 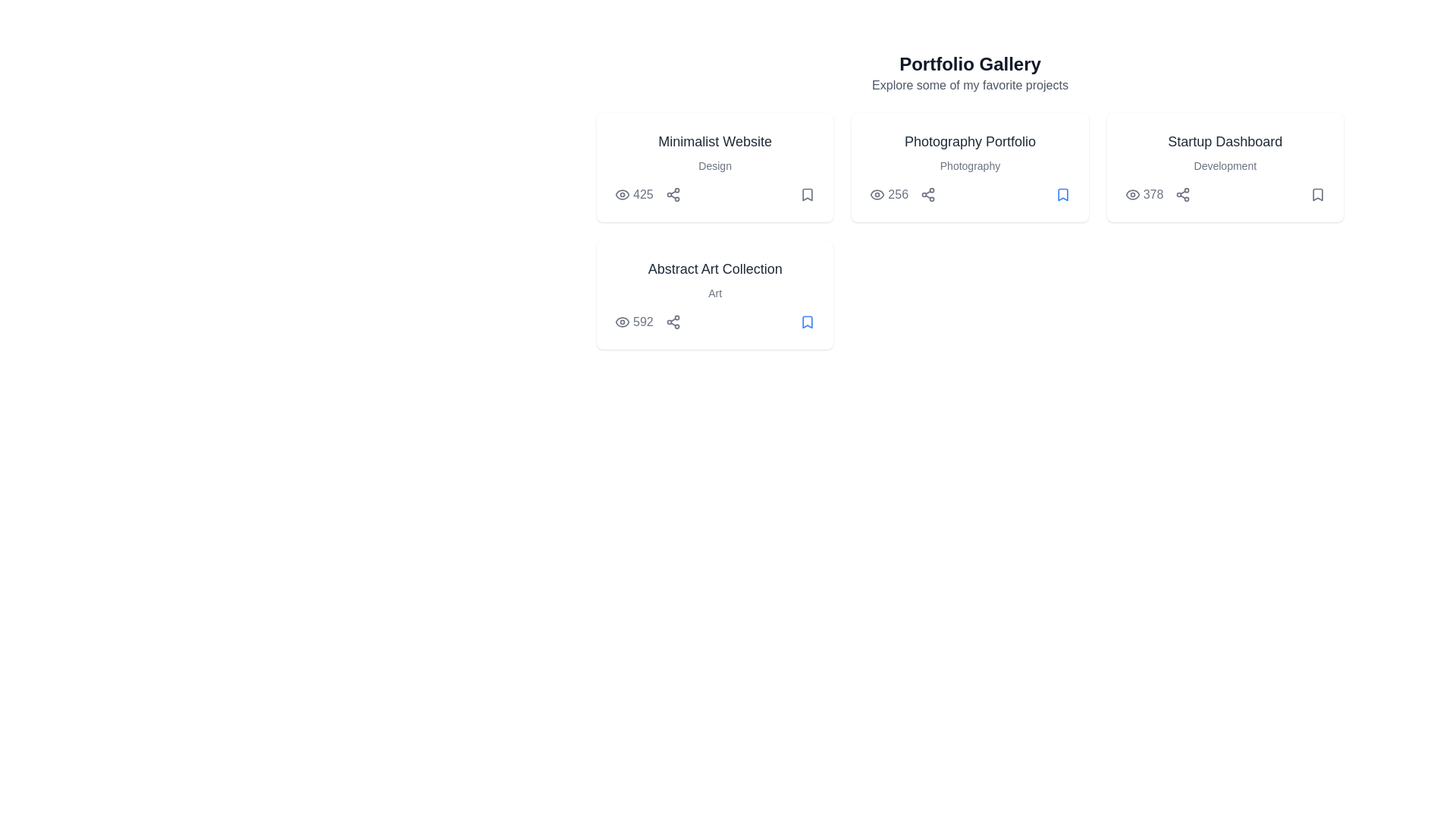 I want to click on the blue bookmark icon button located at the bottom-right corner of the last card in the gallery to bookmark the item, so click(x=807, y=321).